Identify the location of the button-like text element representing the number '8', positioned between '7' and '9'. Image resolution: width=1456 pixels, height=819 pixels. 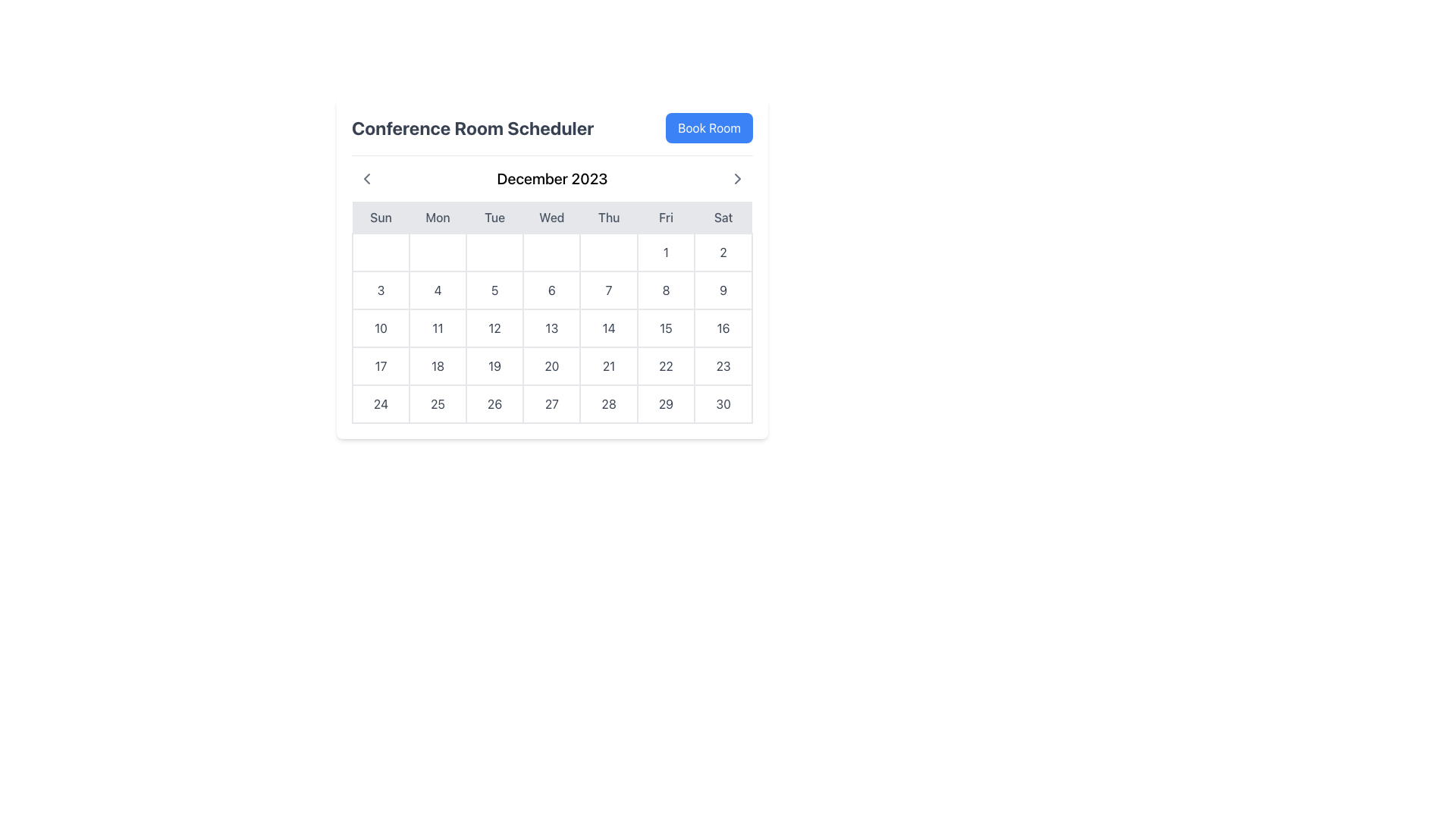
(666, 290).